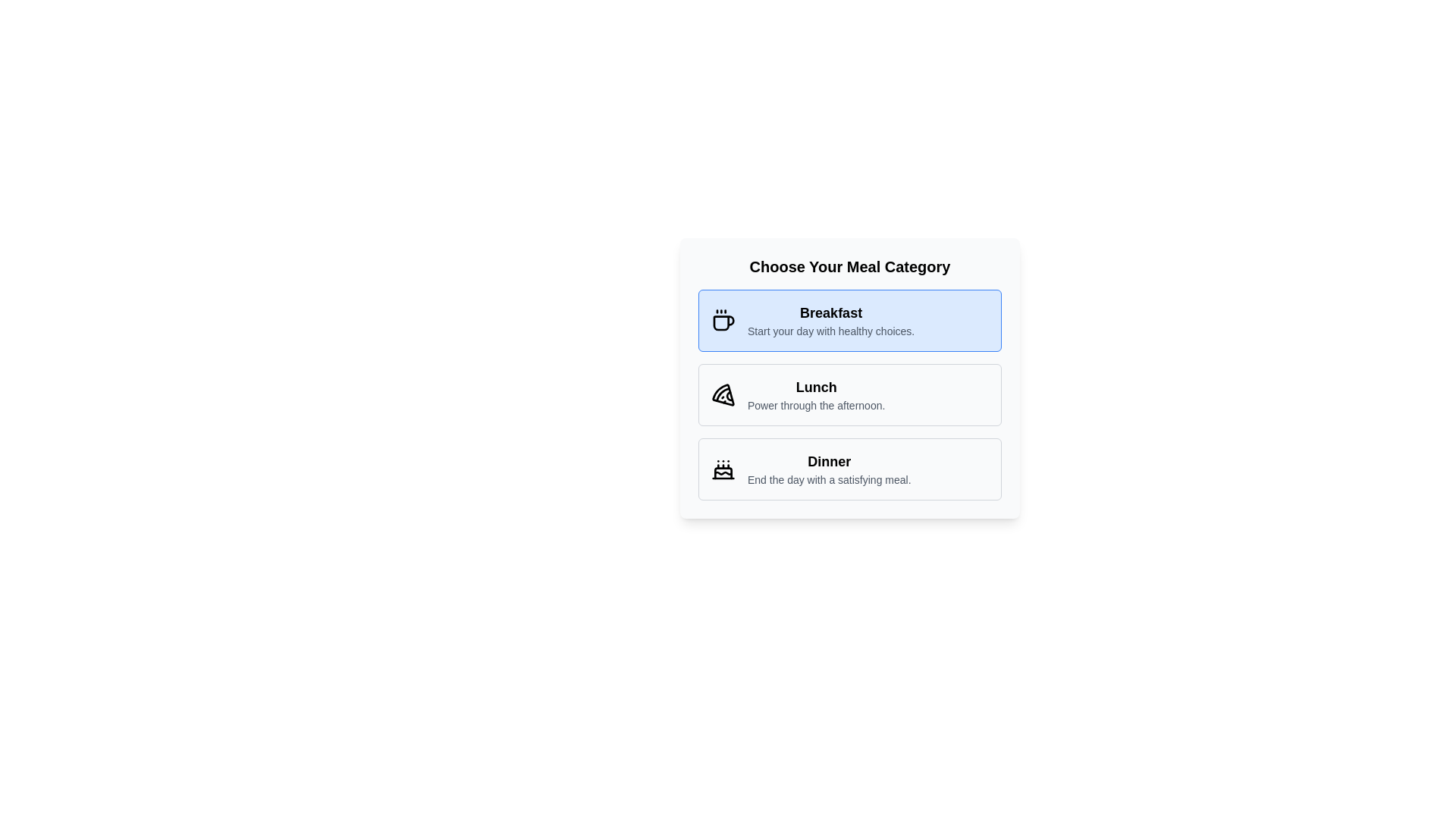 The height and width of the screenshot is (819, 1456). What do you see at coordinates (723, 394) in the screenshot?
I see `the pizza slice icon representing the 'Lunch' meal option, which is centrally located in the meal categories list between 'Breakfast' and 'Dinner'` at bounding box center [723, 394].